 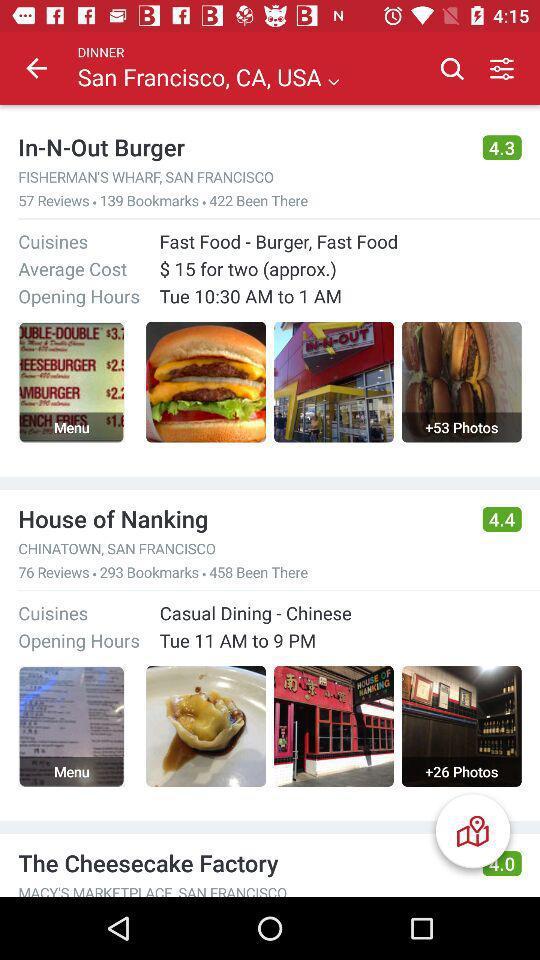 What do you see at coordinates (241, 548) in the screenshot?
I see `the chinatown, san francisco` at bounding box center [241, 548].